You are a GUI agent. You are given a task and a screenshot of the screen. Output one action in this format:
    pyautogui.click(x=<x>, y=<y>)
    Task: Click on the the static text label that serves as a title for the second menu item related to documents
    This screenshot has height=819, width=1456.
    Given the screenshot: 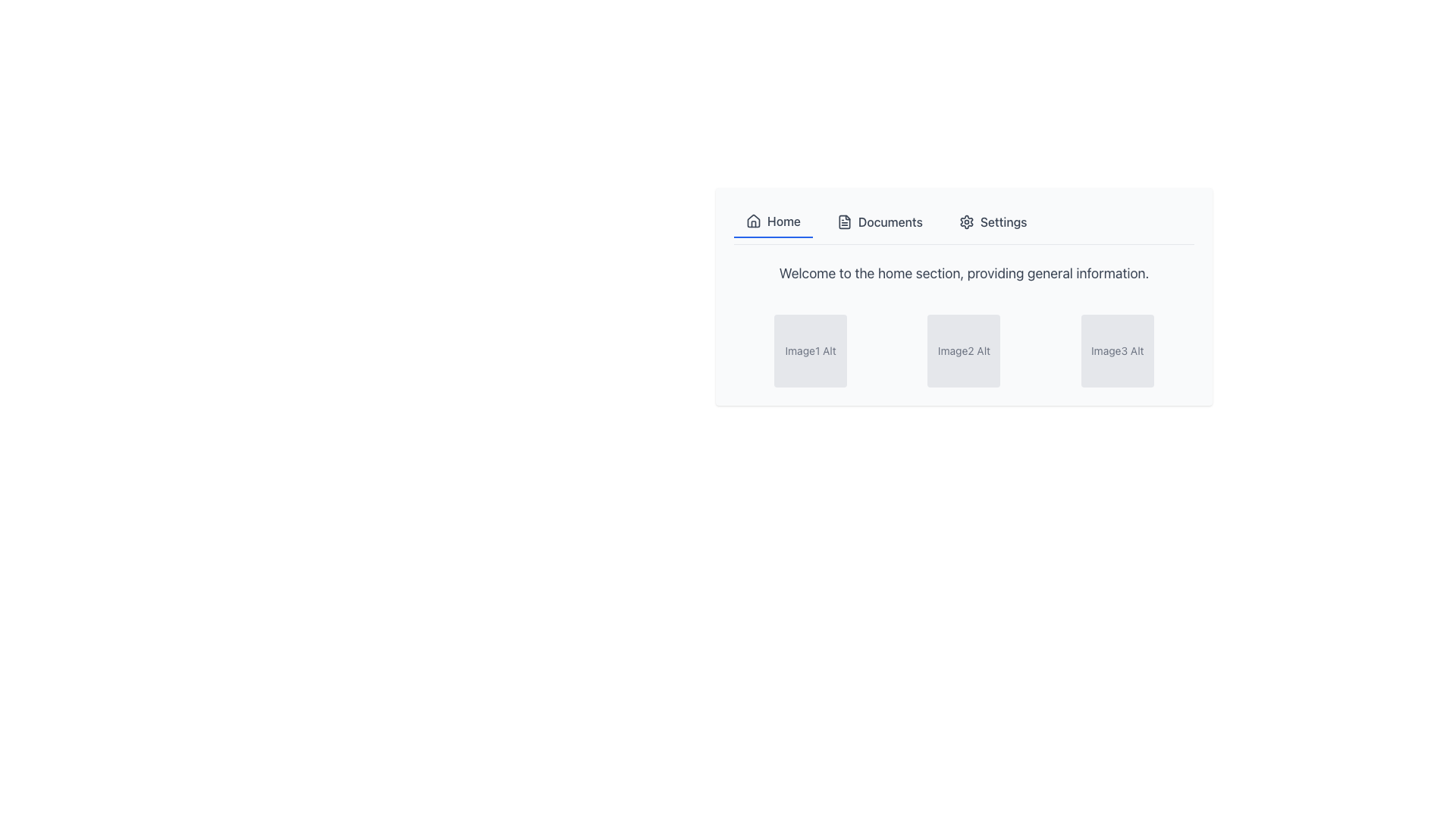 What is the action you would take?
    pyautogui.click(x=890, y=222)
    